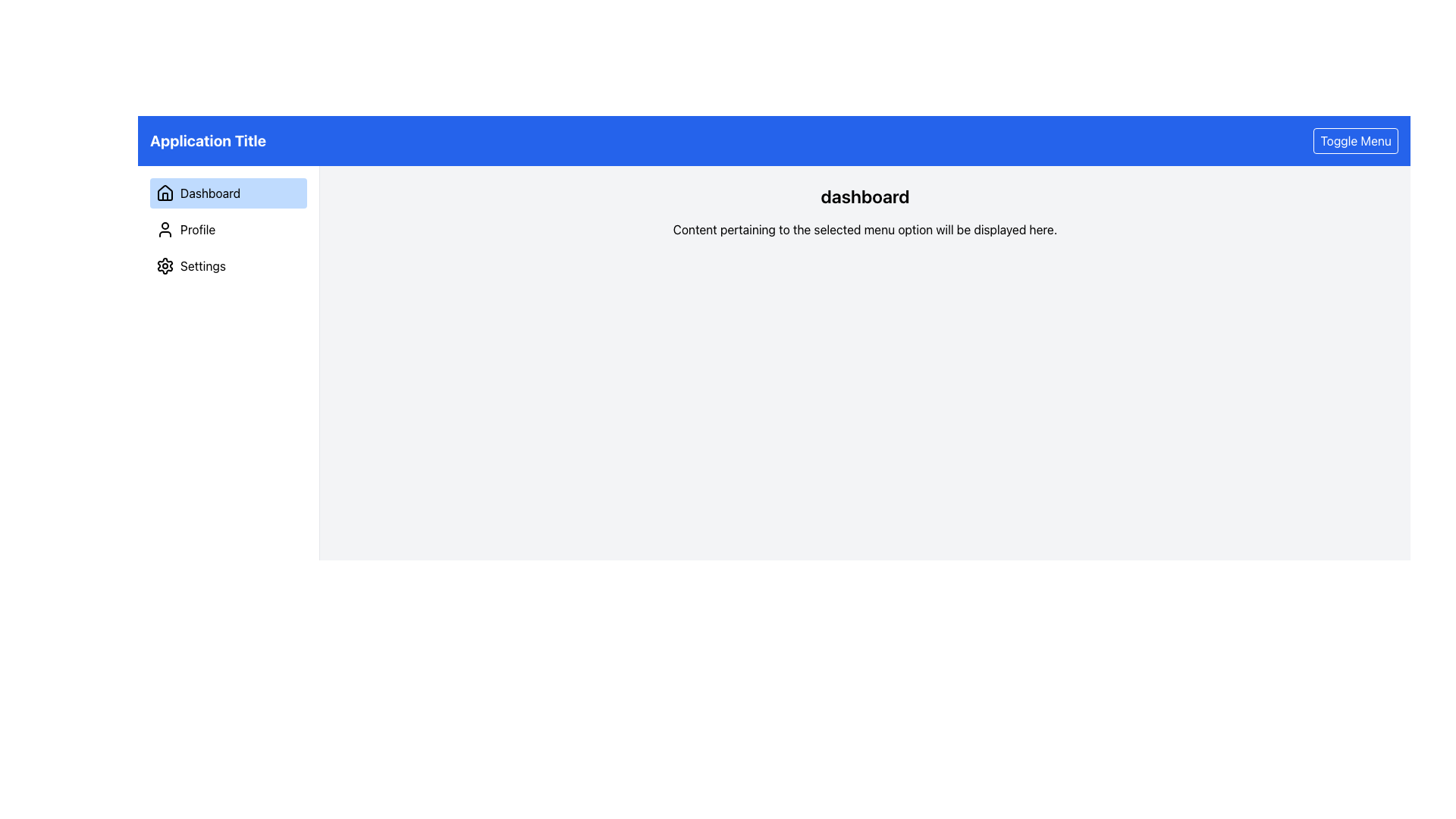  What do you see at coordinates (165, 196) in the screenshot?
I see `the 'Dashboard' icon in the left sidebar navigation menu` at bounding box center [165, 196].